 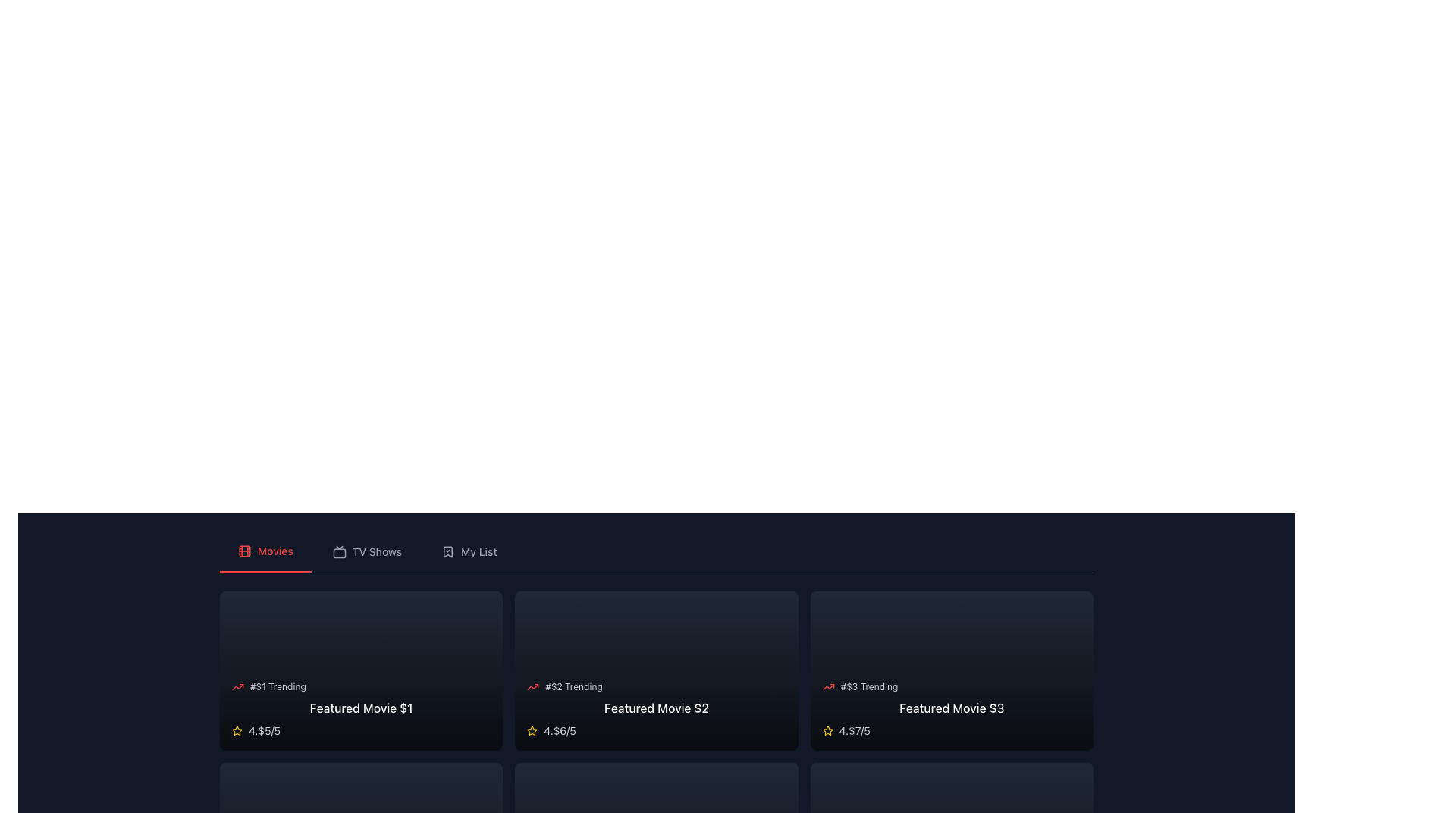 I want to click on the five-pointed yellow star icon representing ratings, located at the bottom-right corner of the 'Featured Movie $3' card, which is inline with the text '4.7/5', so click(x=532, y=730).